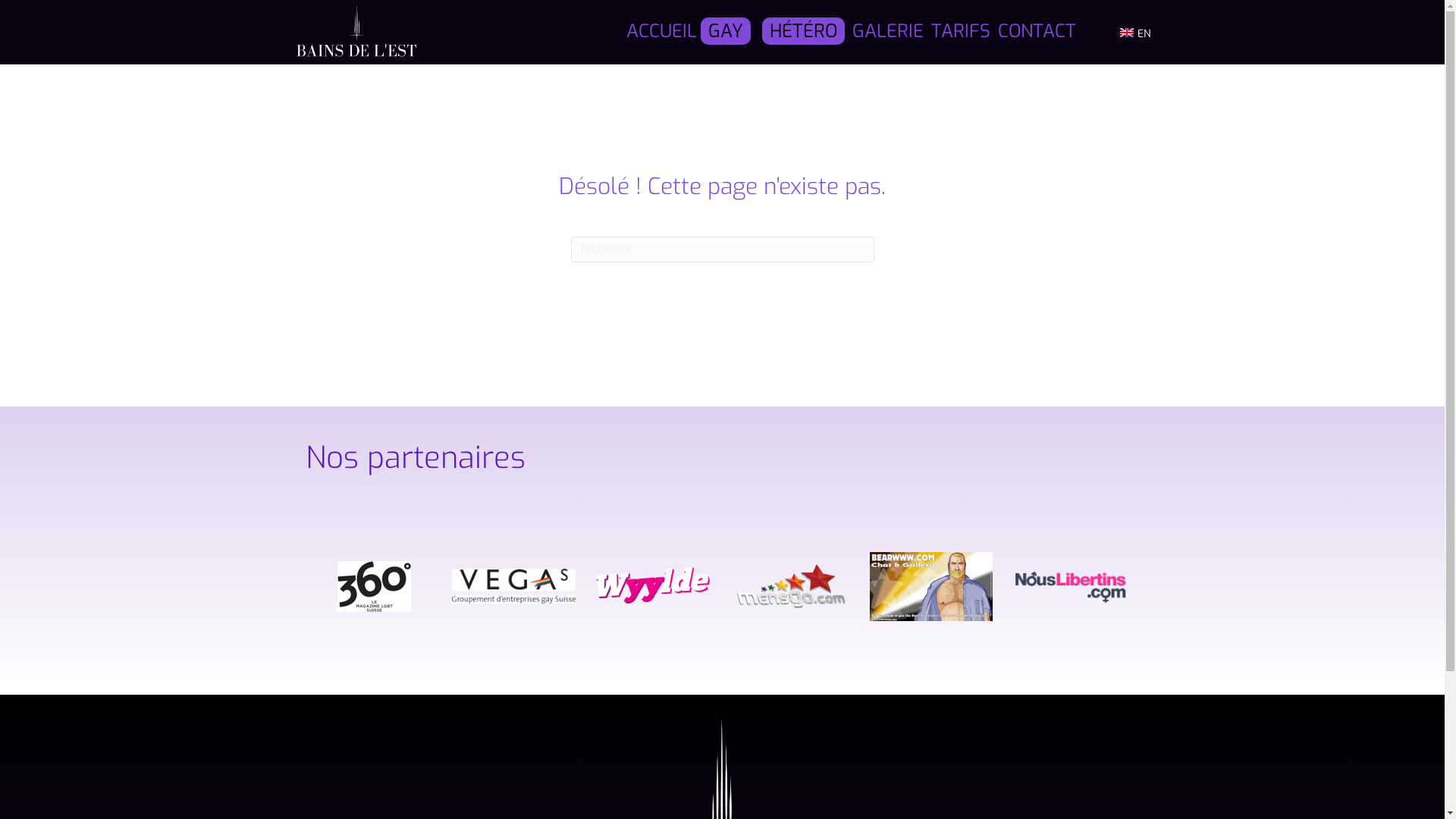 The image size is (1456, 819). I want to click on 'ACCUEIL', so click(661, 32).